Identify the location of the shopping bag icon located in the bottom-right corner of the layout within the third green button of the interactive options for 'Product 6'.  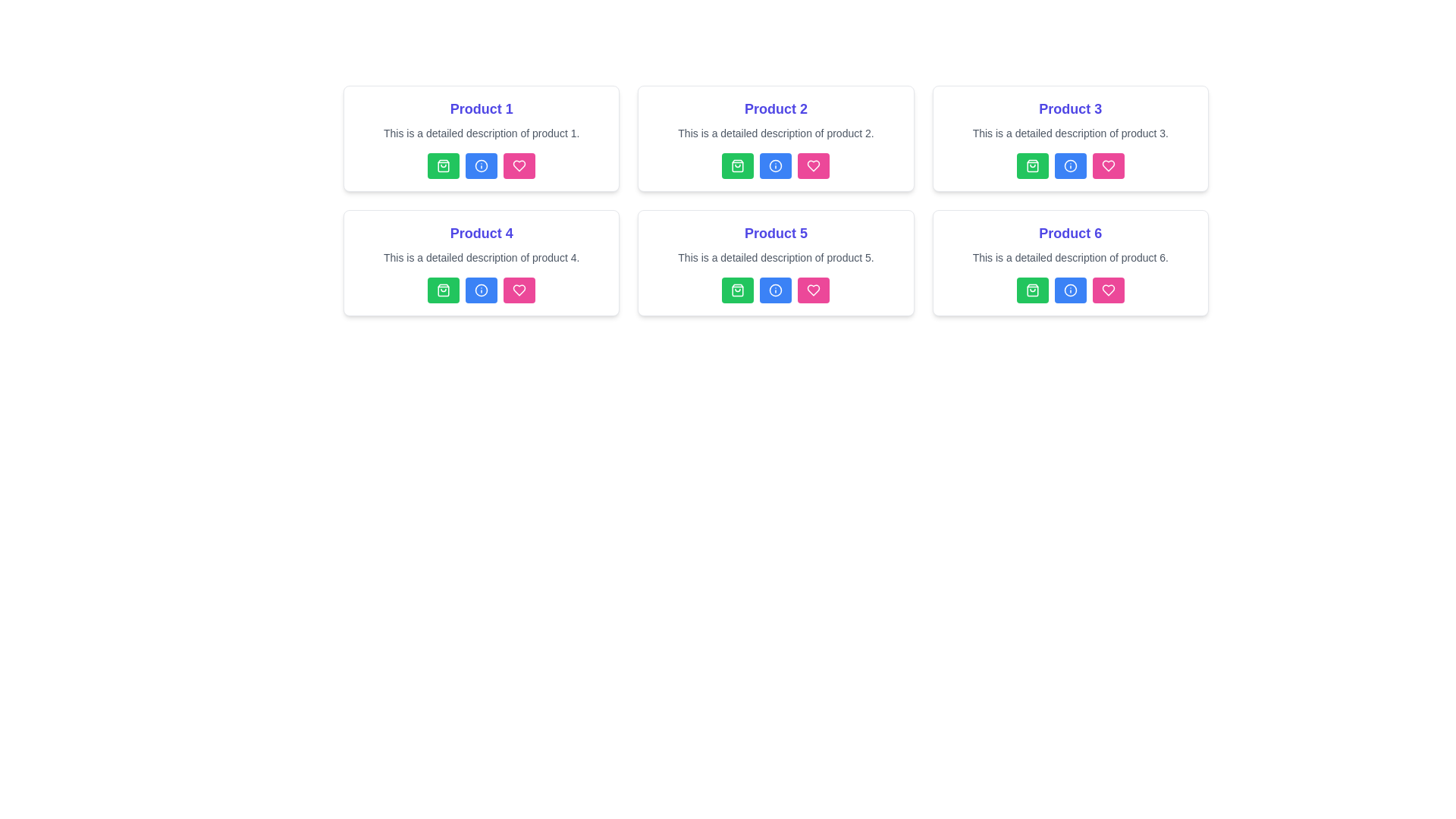
(1031, 290).